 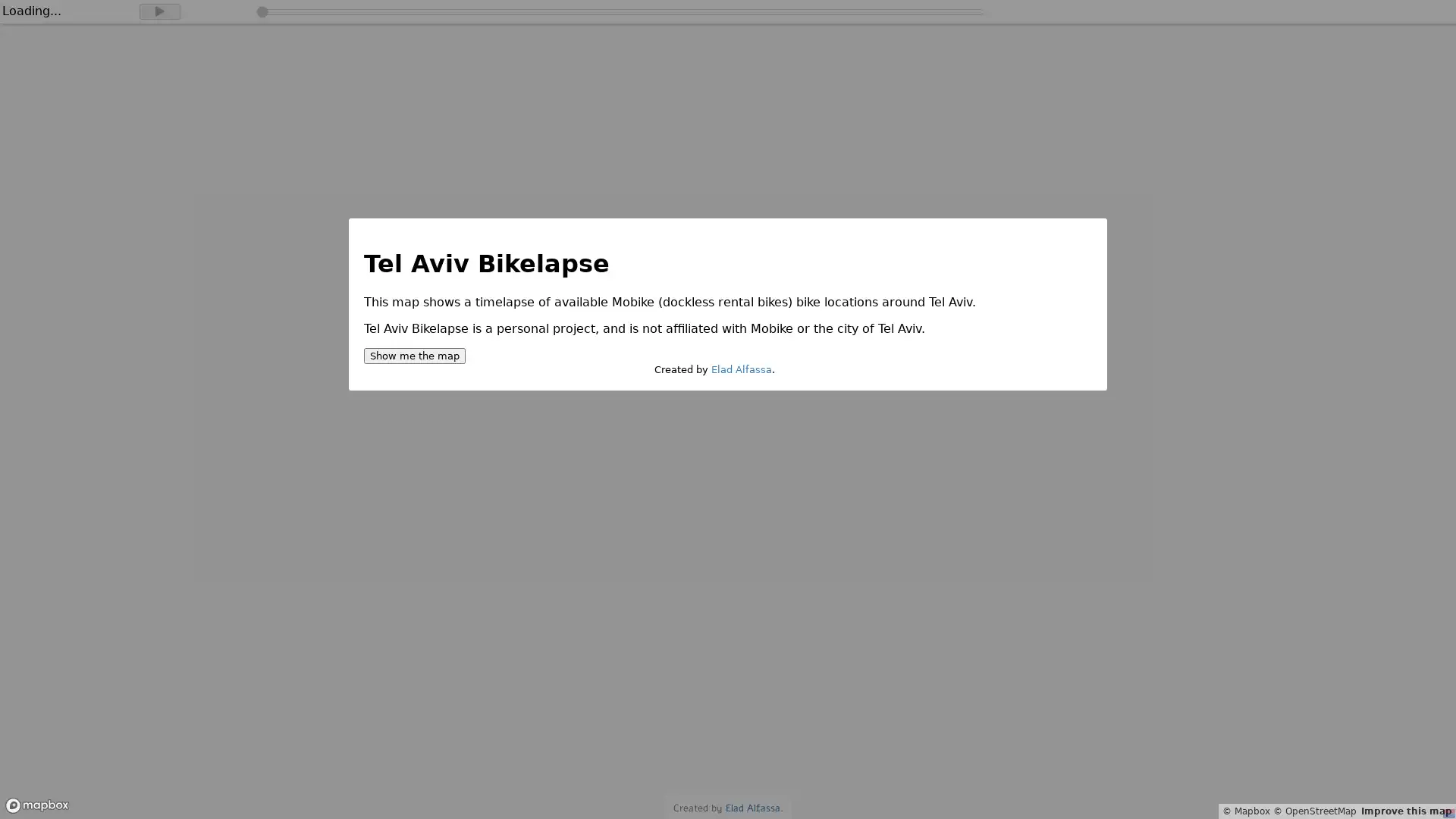 I want to click on Play timelapse, so click(x=159, y=11).